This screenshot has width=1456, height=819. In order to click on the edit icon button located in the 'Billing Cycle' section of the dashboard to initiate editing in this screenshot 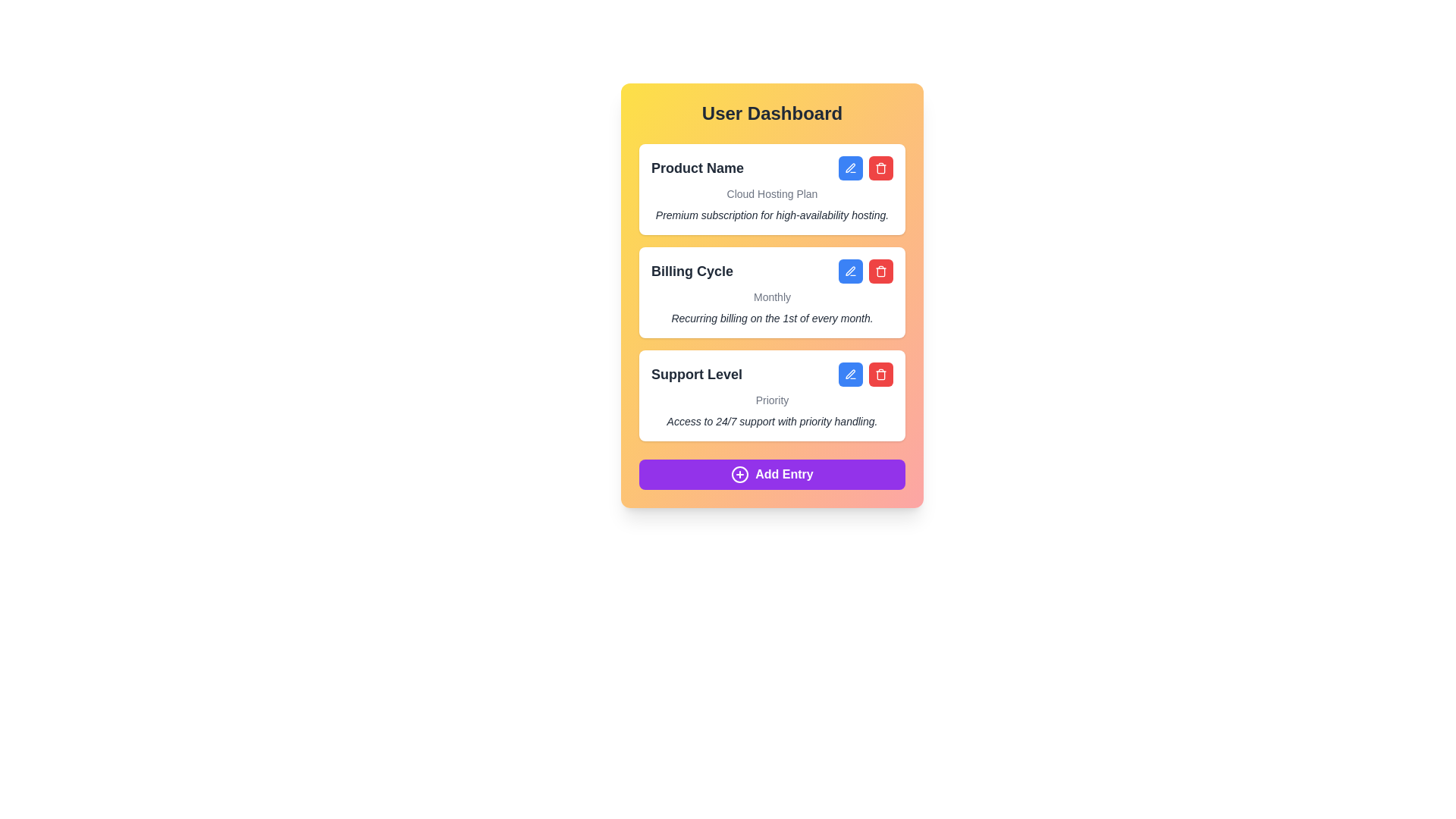, I will do `click(851, 271)`.